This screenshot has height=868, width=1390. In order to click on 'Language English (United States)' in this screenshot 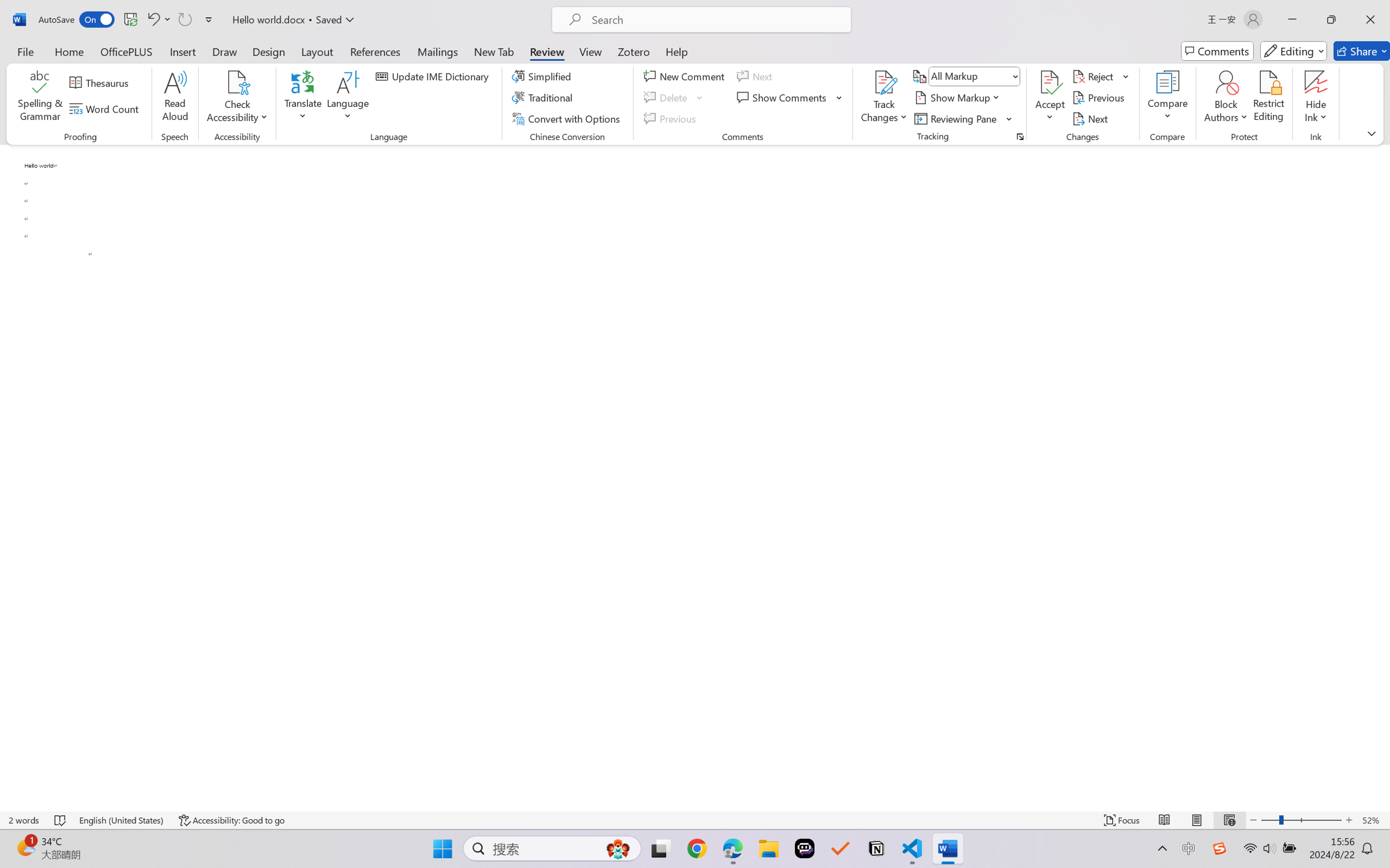, I will do `click(122, 820)`.